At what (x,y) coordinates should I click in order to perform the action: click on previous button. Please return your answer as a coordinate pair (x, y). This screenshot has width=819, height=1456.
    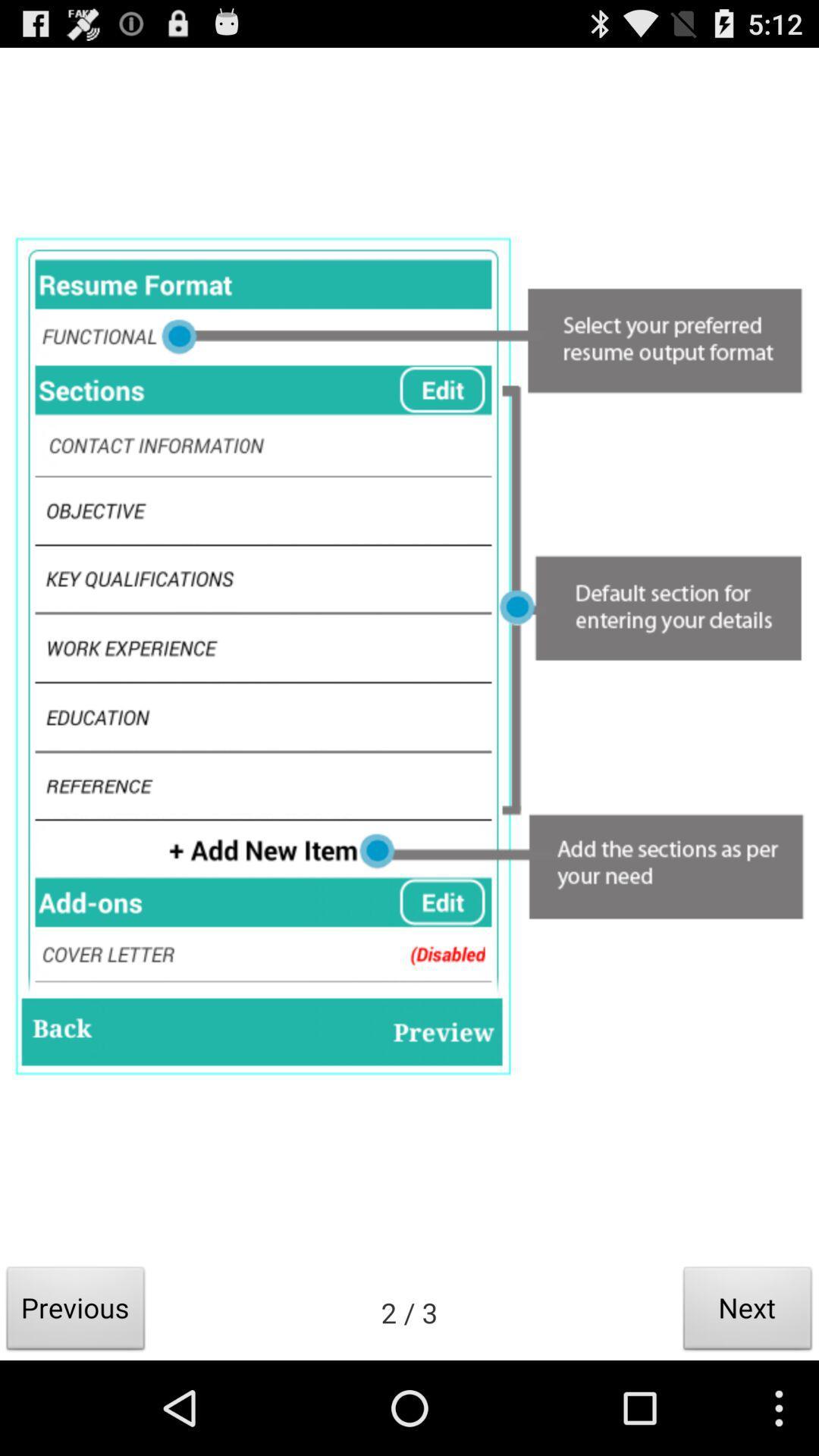
    Looking at the image, I should click on (76, 1312).